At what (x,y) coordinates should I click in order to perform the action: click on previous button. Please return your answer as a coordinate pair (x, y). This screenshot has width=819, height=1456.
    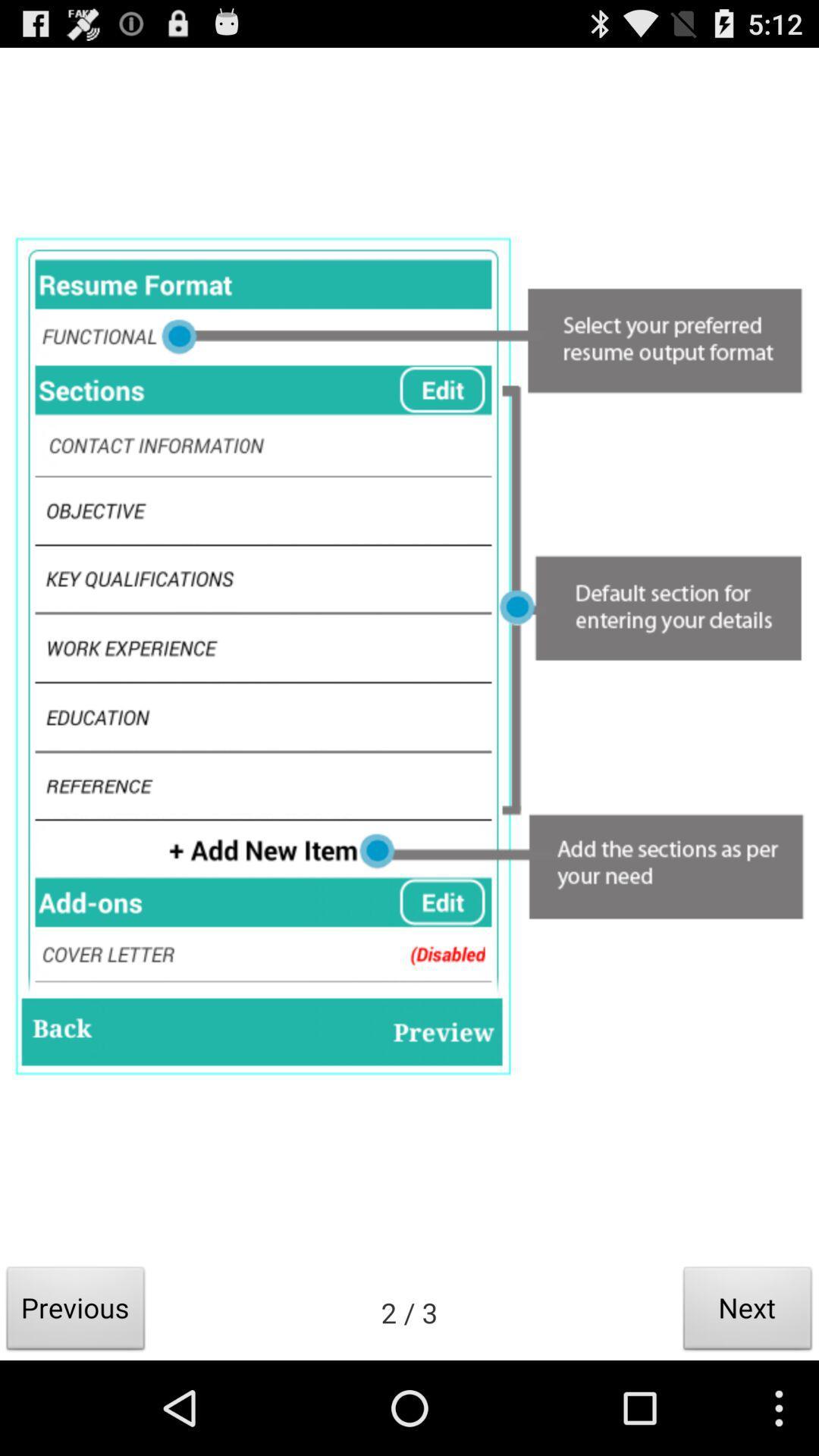
    Looking at the image, I should click on (76, 1312).